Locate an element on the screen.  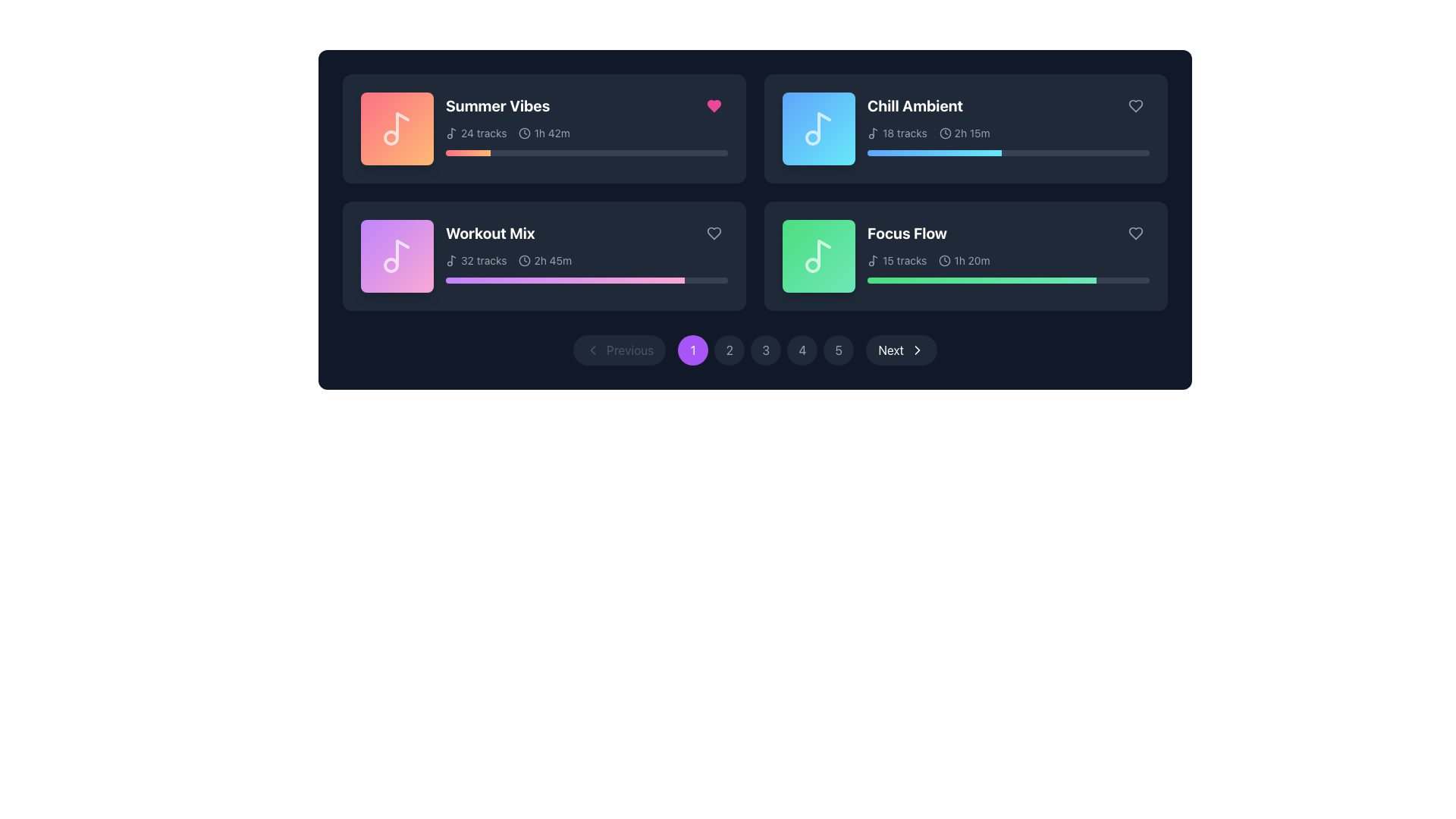
the 'Chill Ambient' interactive card is located at coordinates (965, 127).